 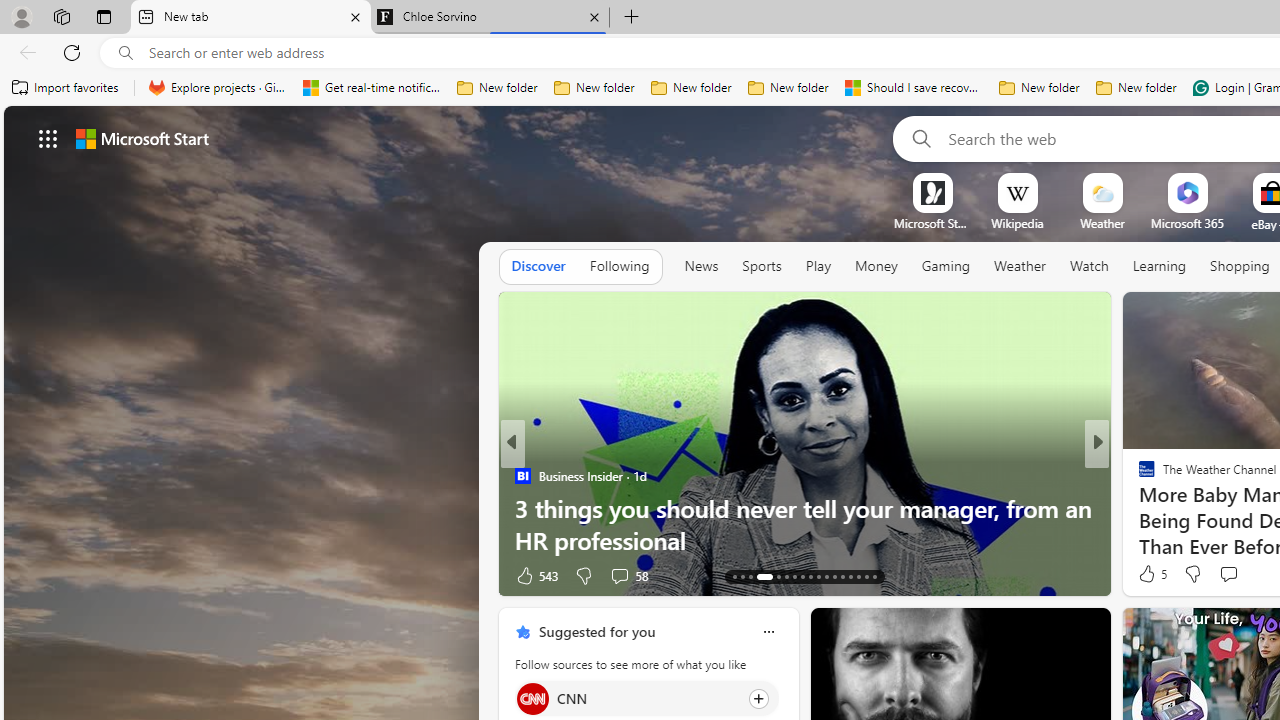 I want to click on 'News', so click(x=701, y=266).